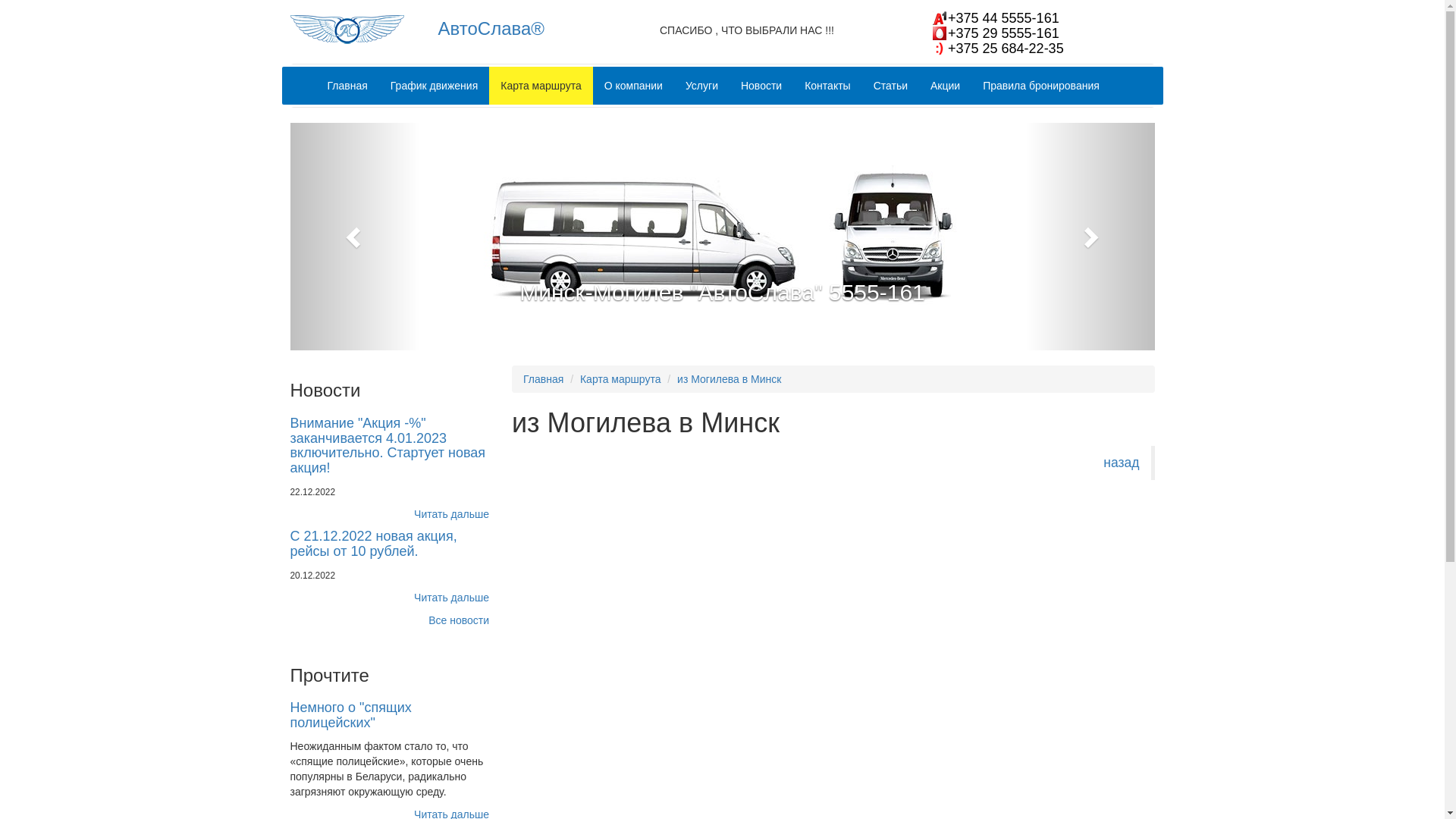 This screenshot has width=1456, height=819. I want to click on 'Next', so click(1089, 237).